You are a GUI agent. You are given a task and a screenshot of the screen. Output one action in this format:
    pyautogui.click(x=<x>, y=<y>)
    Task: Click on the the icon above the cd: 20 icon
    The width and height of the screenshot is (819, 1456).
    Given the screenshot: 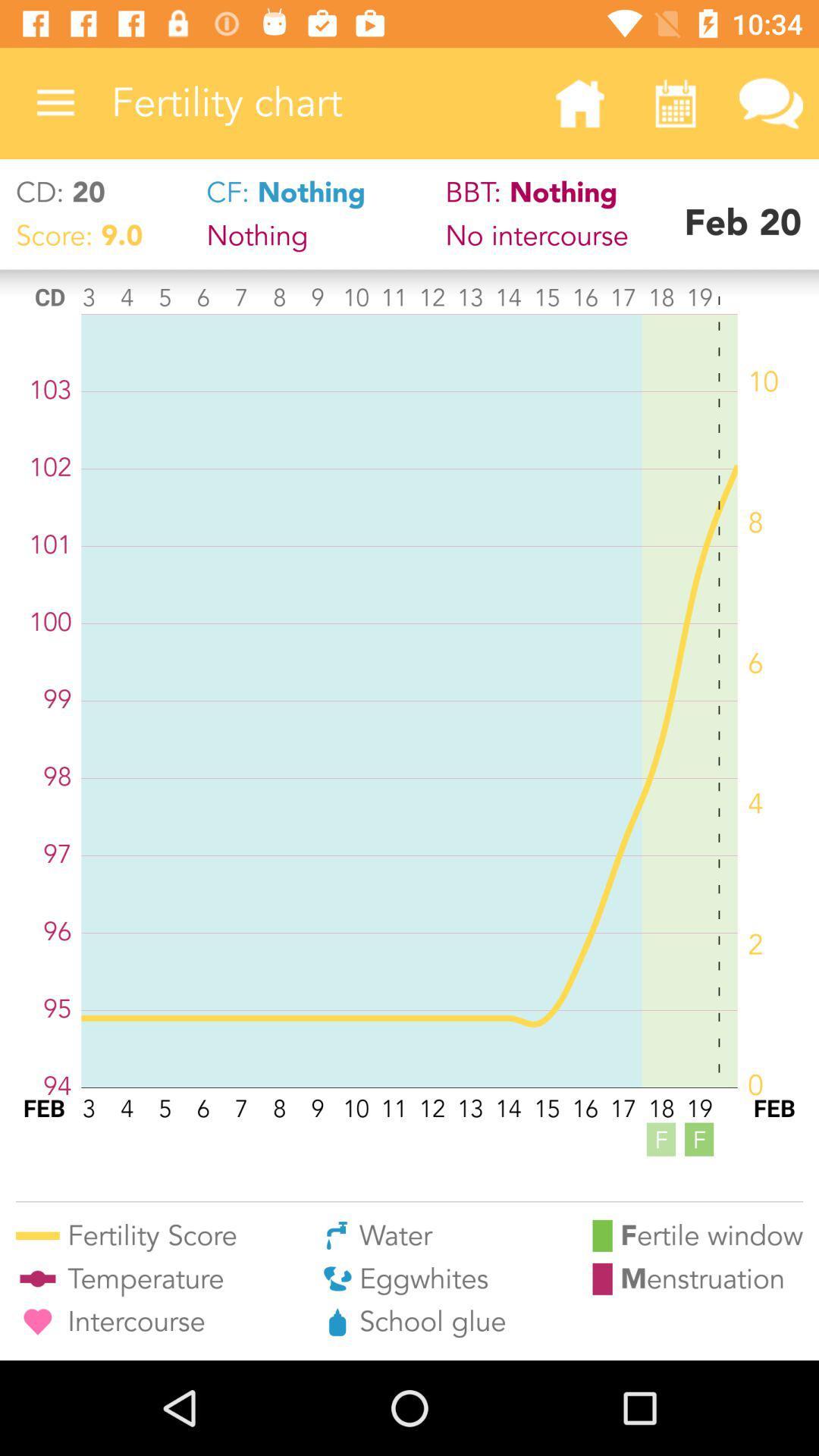 What is the action you would take?
    pyautogui.click(x=55, y=102)
    